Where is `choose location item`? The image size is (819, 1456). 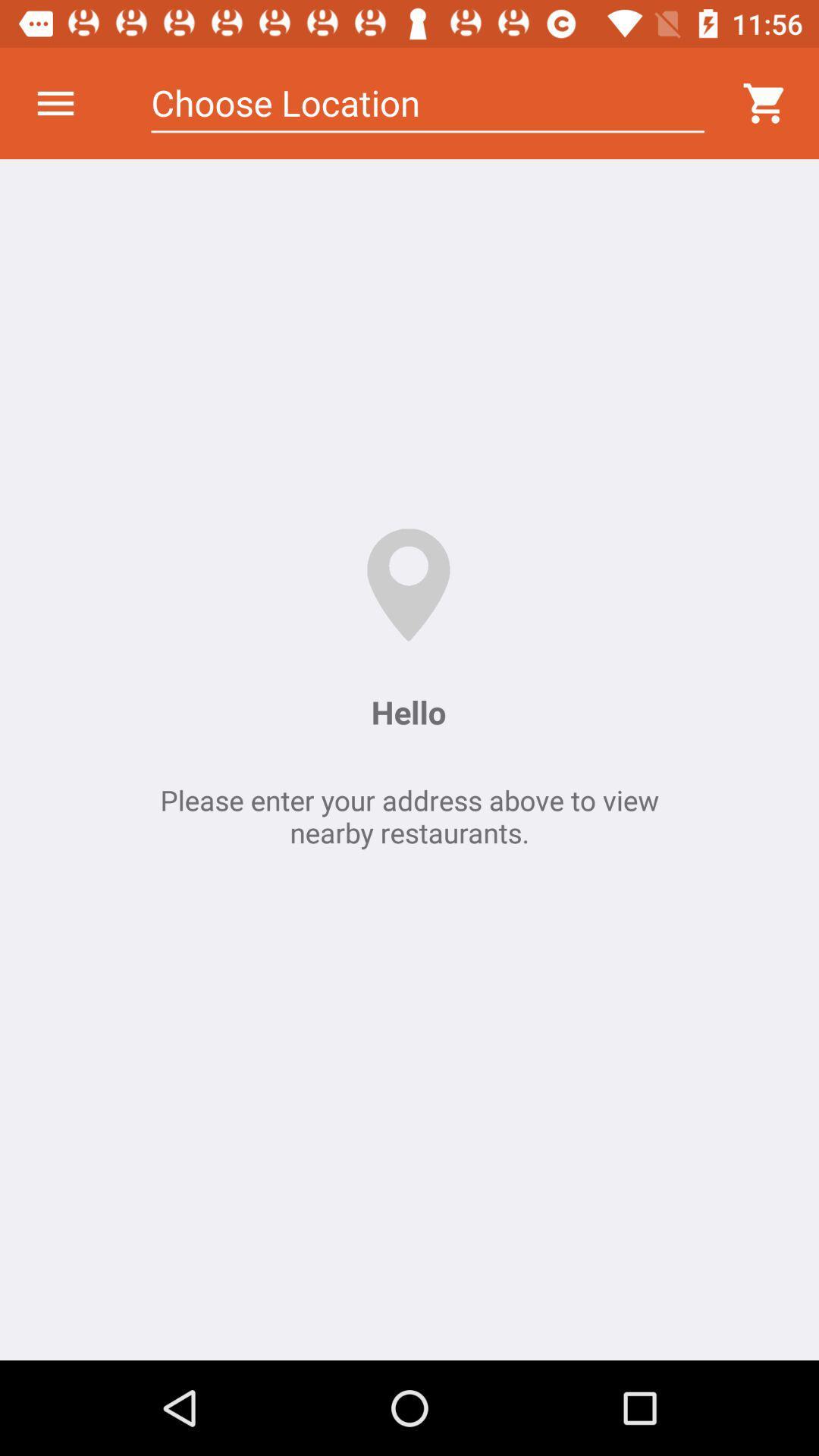
choose location item is located at coordinates (428, 102).